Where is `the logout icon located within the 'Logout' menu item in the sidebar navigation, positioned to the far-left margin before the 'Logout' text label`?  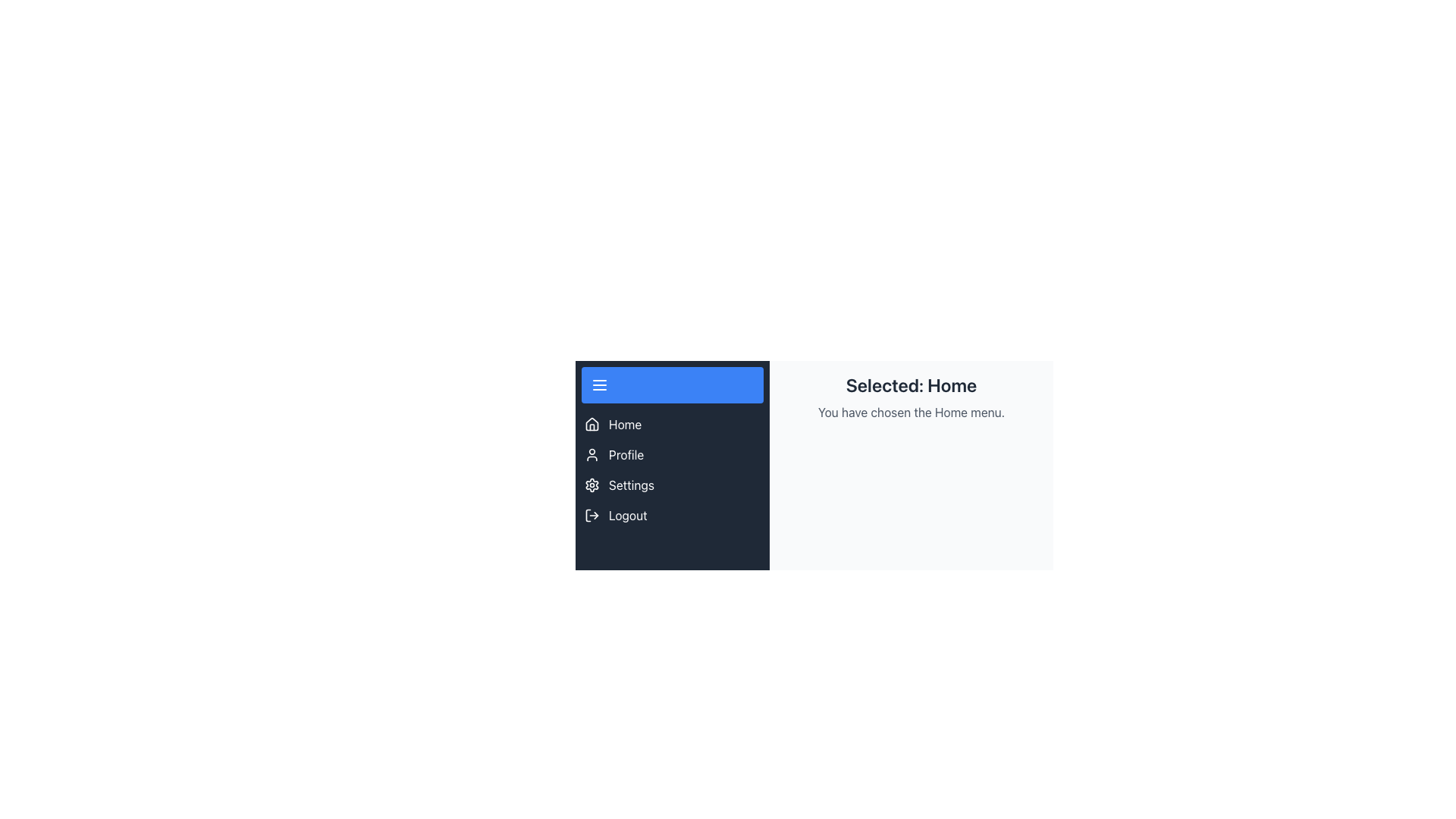
the logout icon located within the 'Logout' menu item in the sidebar navigation, positioned to the far-left margin before the 'Logout' text label is located at coordinates (591, 514).